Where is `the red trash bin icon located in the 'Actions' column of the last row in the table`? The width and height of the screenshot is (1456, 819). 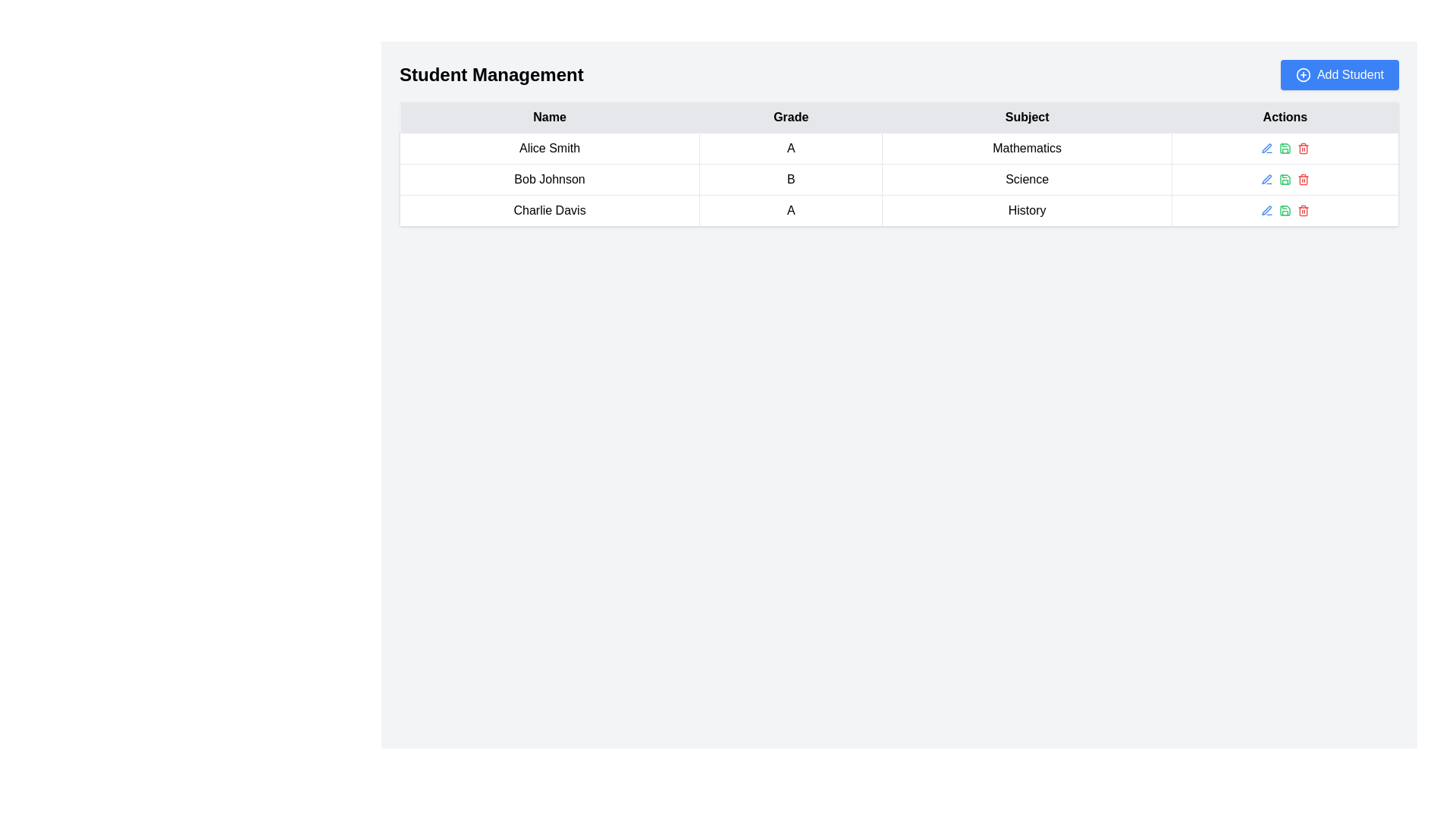 the red trash bin icon located in the 'Actions' column of the last row in the table is located at coordinates (1302, 149).